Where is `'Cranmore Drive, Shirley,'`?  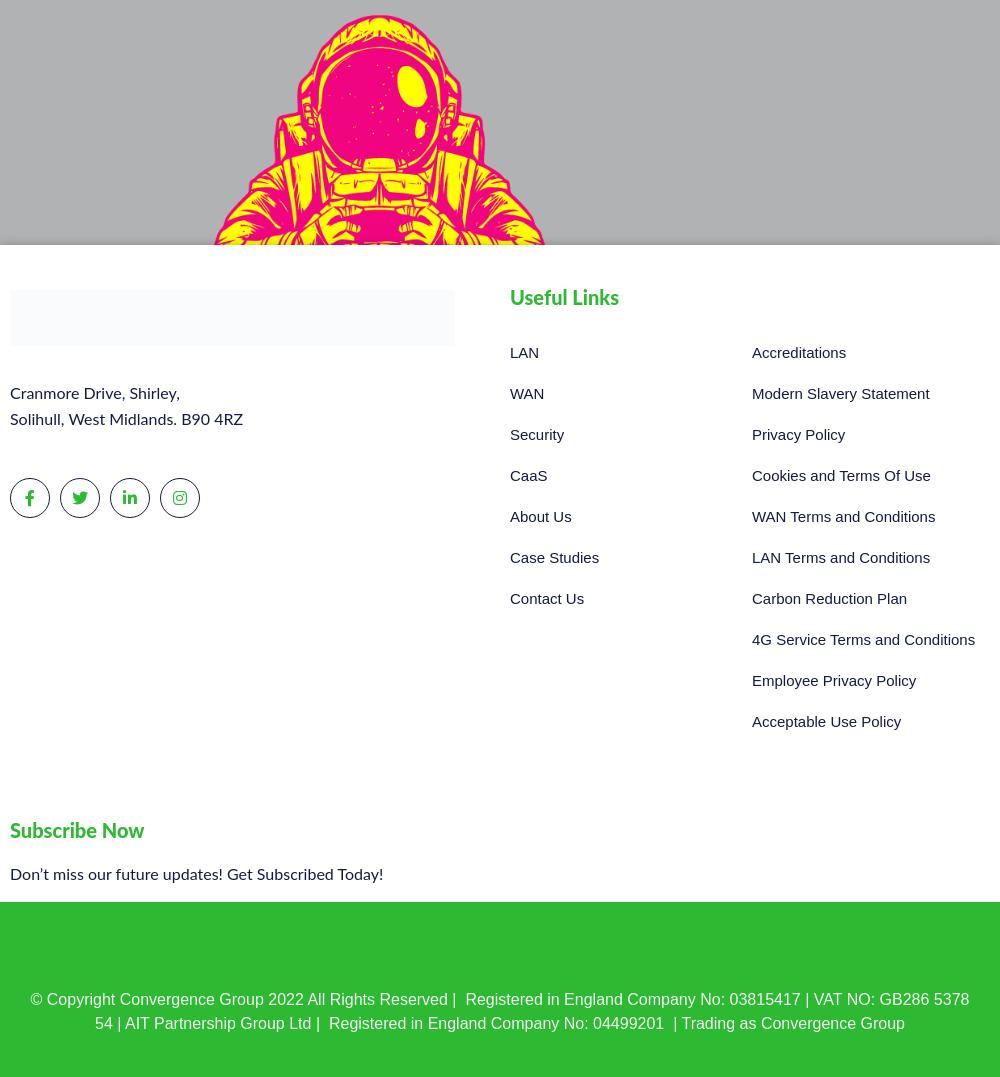
'Cranmore Drive, Shirley,' is located at coordinates (93, 393).